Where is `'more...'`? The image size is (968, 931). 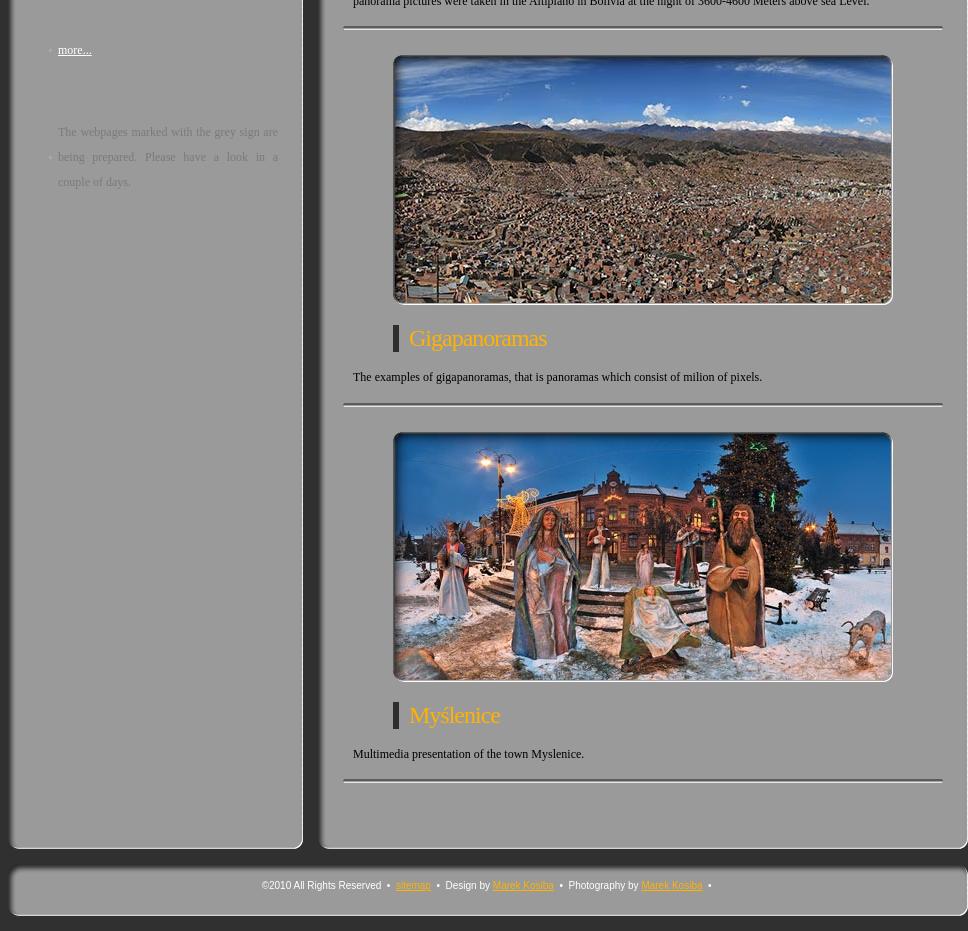 'more...' is located at coordinates (73, 47).